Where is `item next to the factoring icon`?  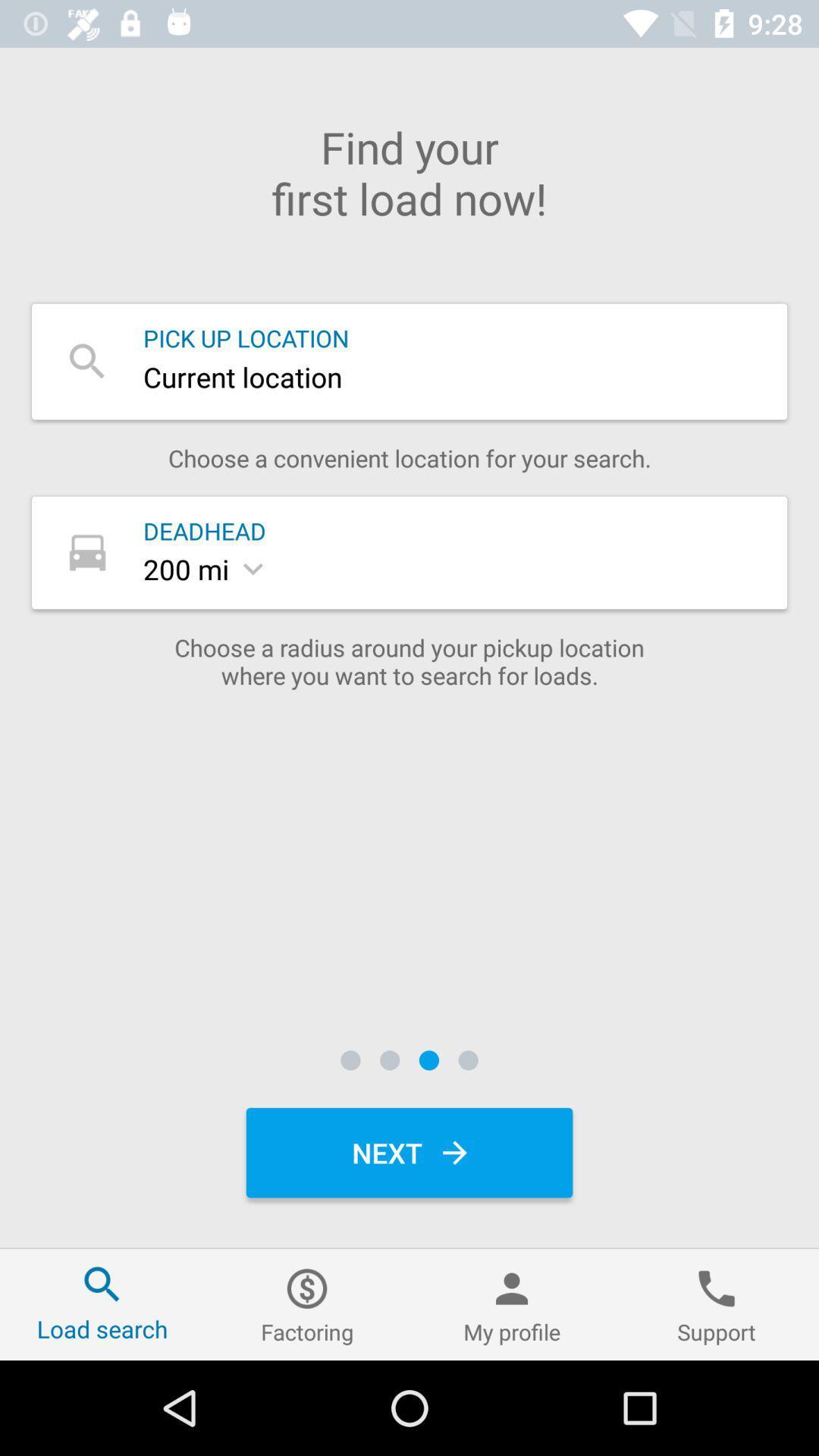 item next to the factoring icon is located at coordinates (512, 1304).